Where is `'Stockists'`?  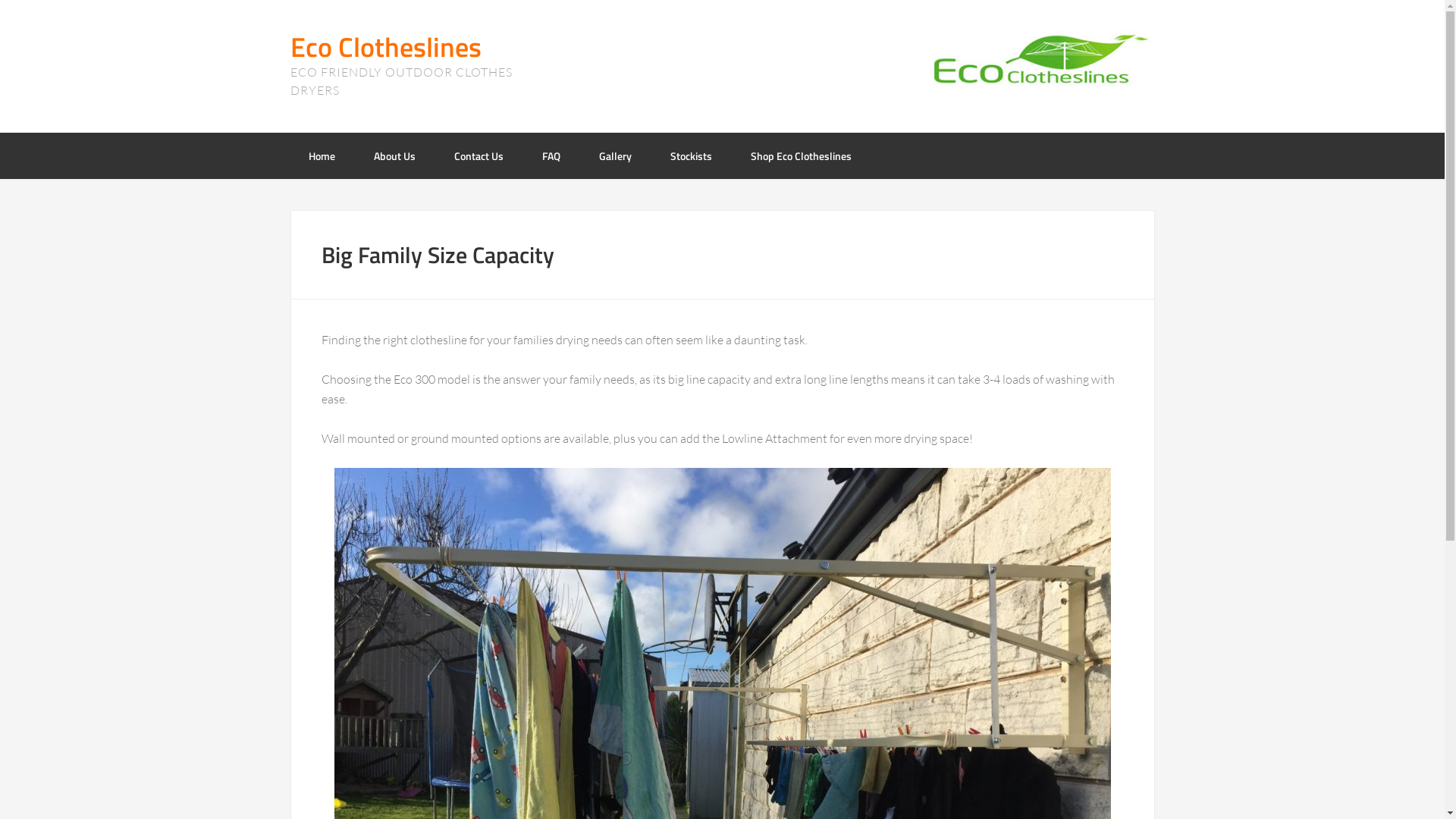
'Stockists' is located at coordinates (690, 155).